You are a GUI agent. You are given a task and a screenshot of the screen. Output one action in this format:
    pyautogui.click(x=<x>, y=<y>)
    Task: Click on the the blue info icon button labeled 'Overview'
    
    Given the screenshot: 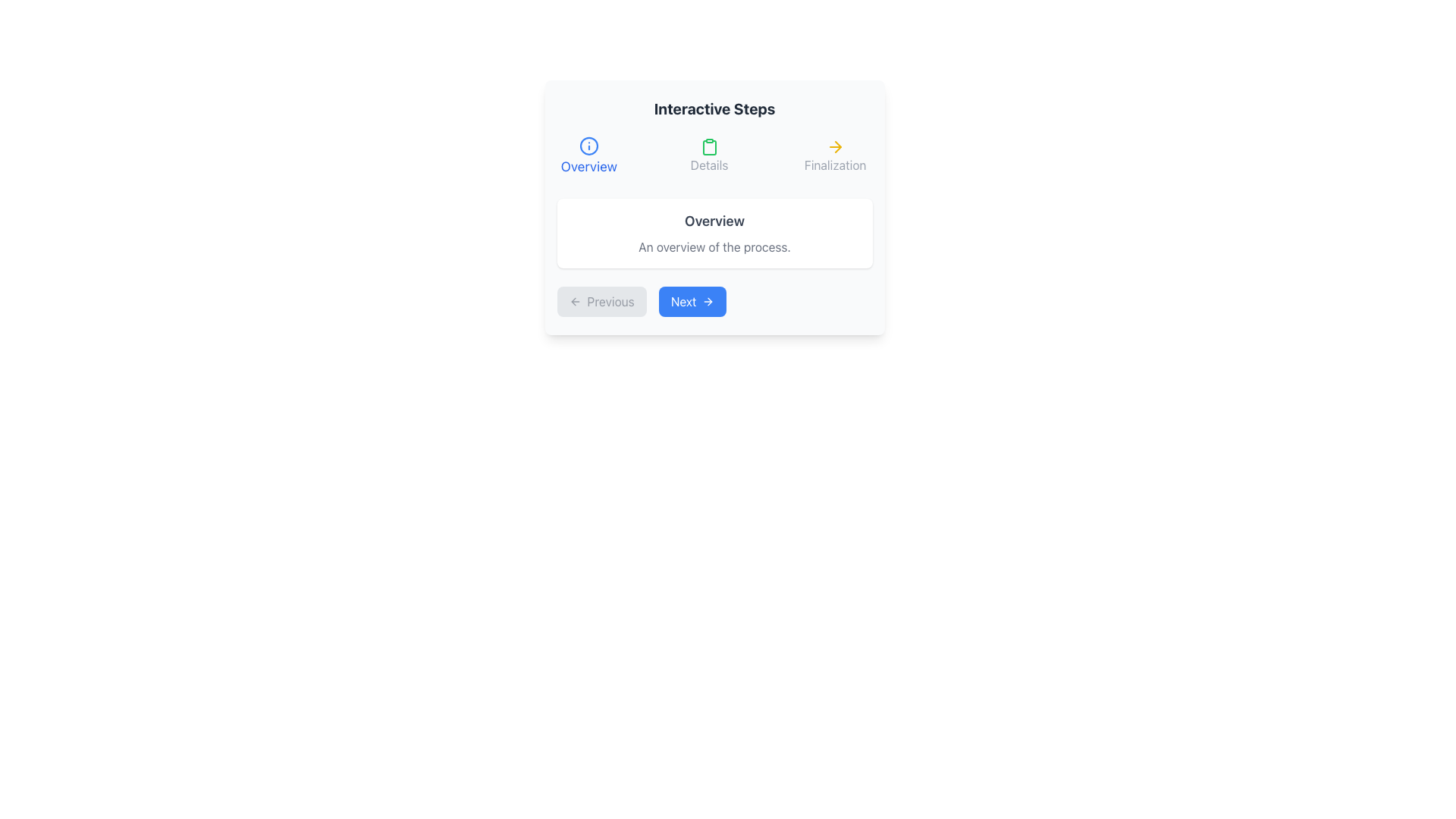 What is the action you would take?
    pyautogui.click(x=588, y=155)
    